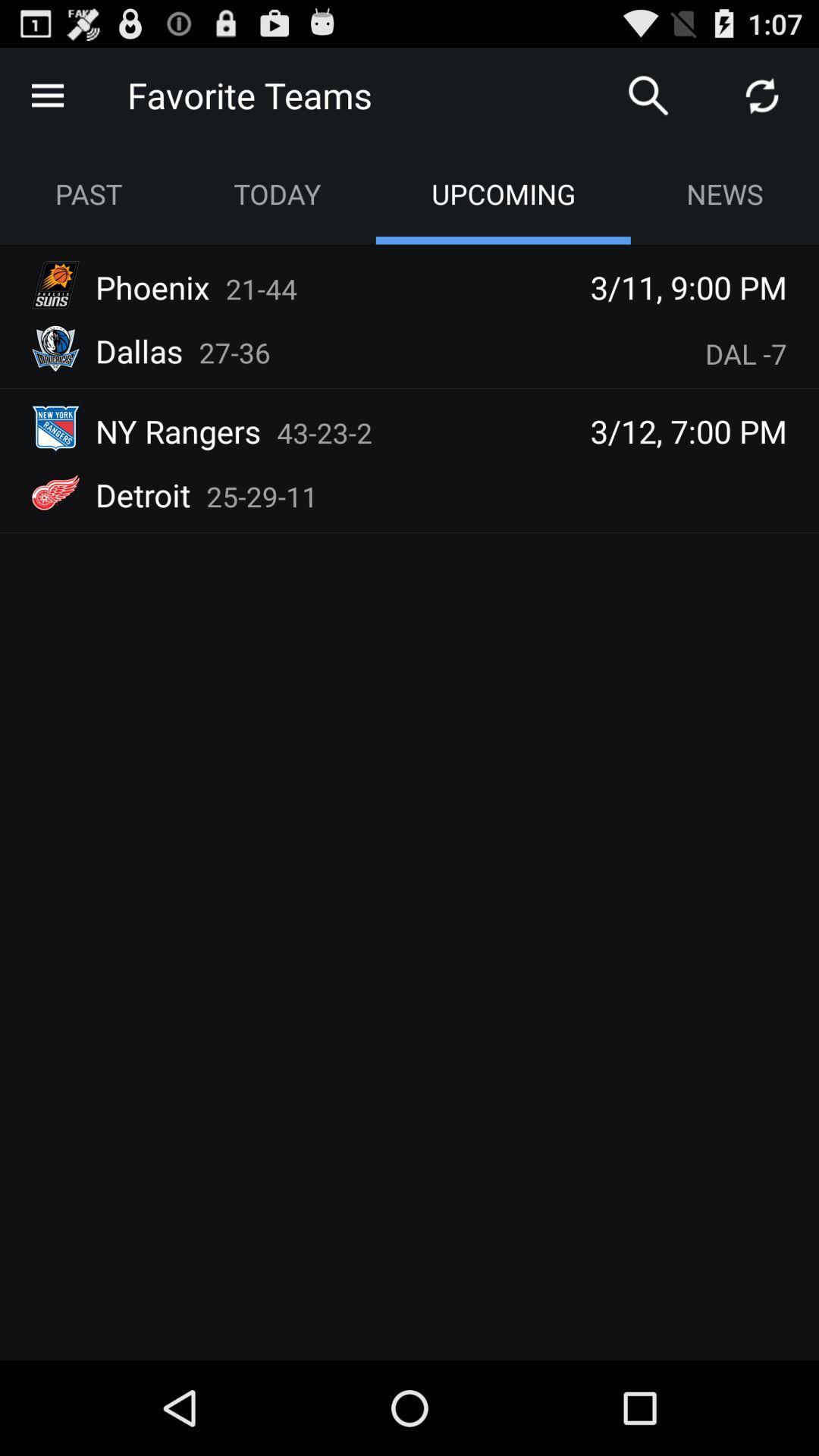  Describe the element at coordinates (46, 101) in the screenshot. I see `the menu icon` at that location.